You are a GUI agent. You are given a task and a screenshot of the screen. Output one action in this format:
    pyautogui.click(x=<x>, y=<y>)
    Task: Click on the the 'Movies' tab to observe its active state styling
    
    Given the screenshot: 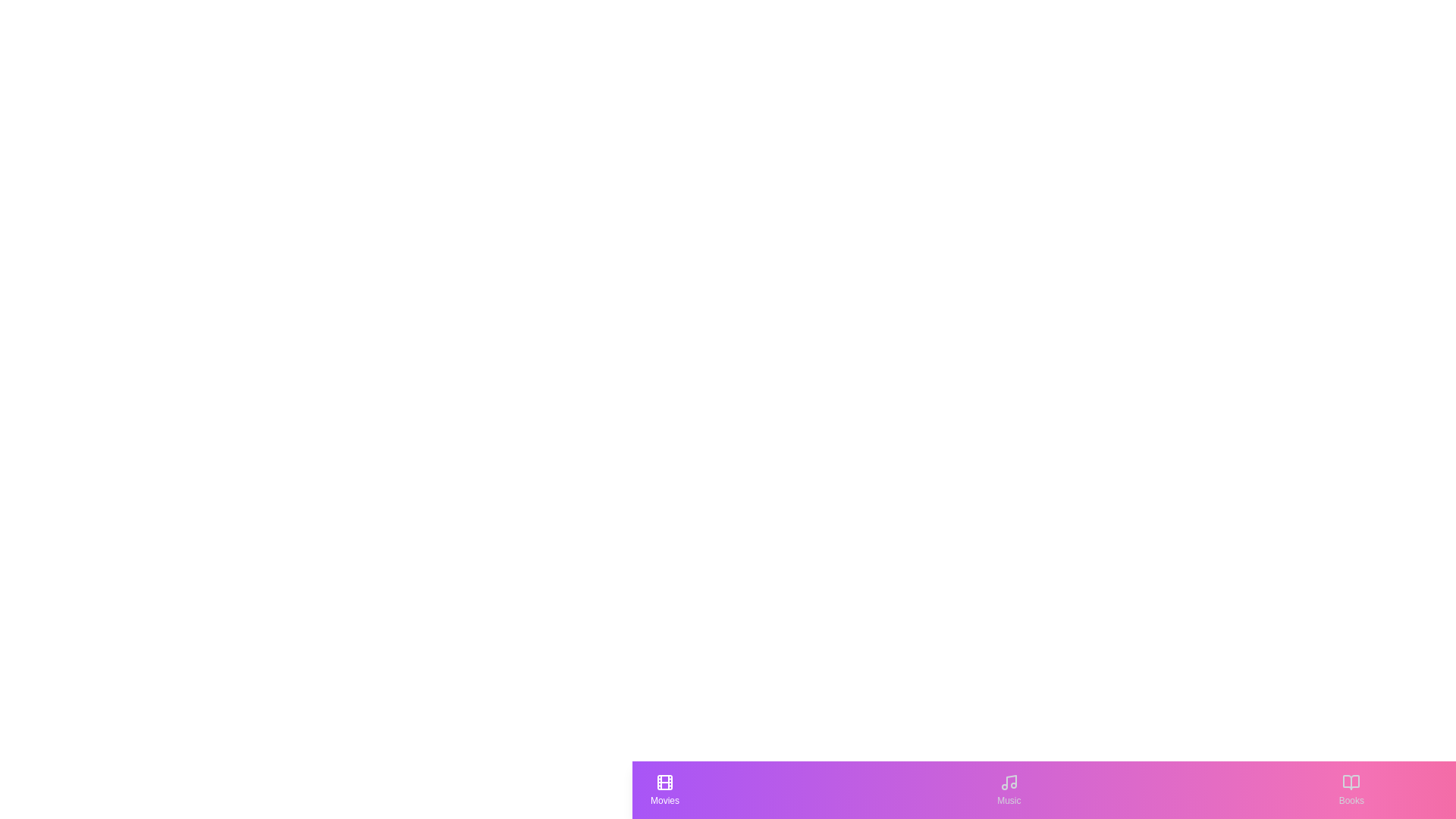 What is the action you would take?
    pyautogui.click(x=665, y=789)
    